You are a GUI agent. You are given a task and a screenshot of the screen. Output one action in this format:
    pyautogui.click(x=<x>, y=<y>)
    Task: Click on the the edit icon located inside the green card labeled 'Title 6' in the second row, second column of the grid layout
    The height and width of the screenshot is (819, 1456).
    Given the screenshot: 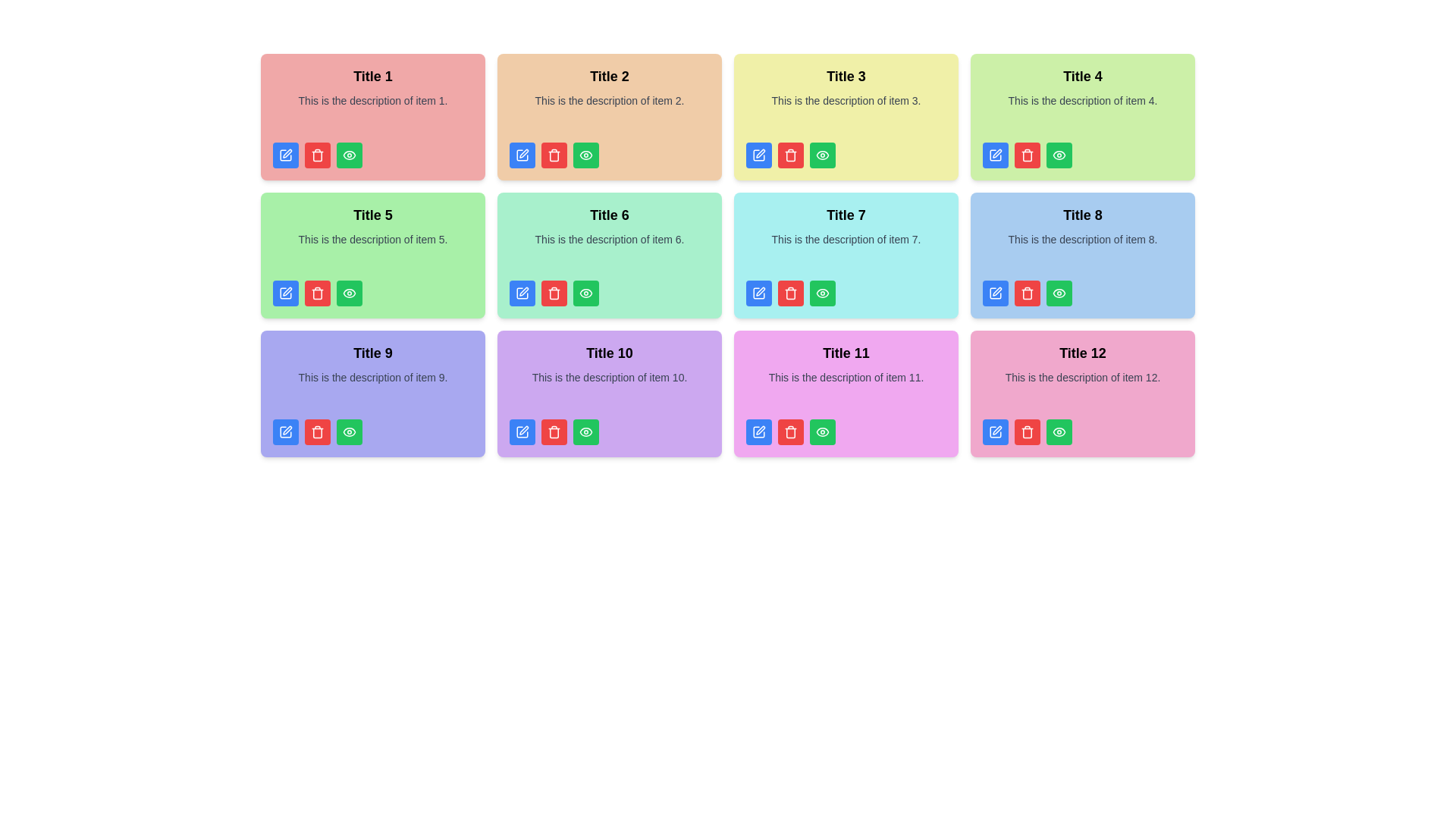 What is the action you would take?
    pyautogui.click(x=524, y=291)
    